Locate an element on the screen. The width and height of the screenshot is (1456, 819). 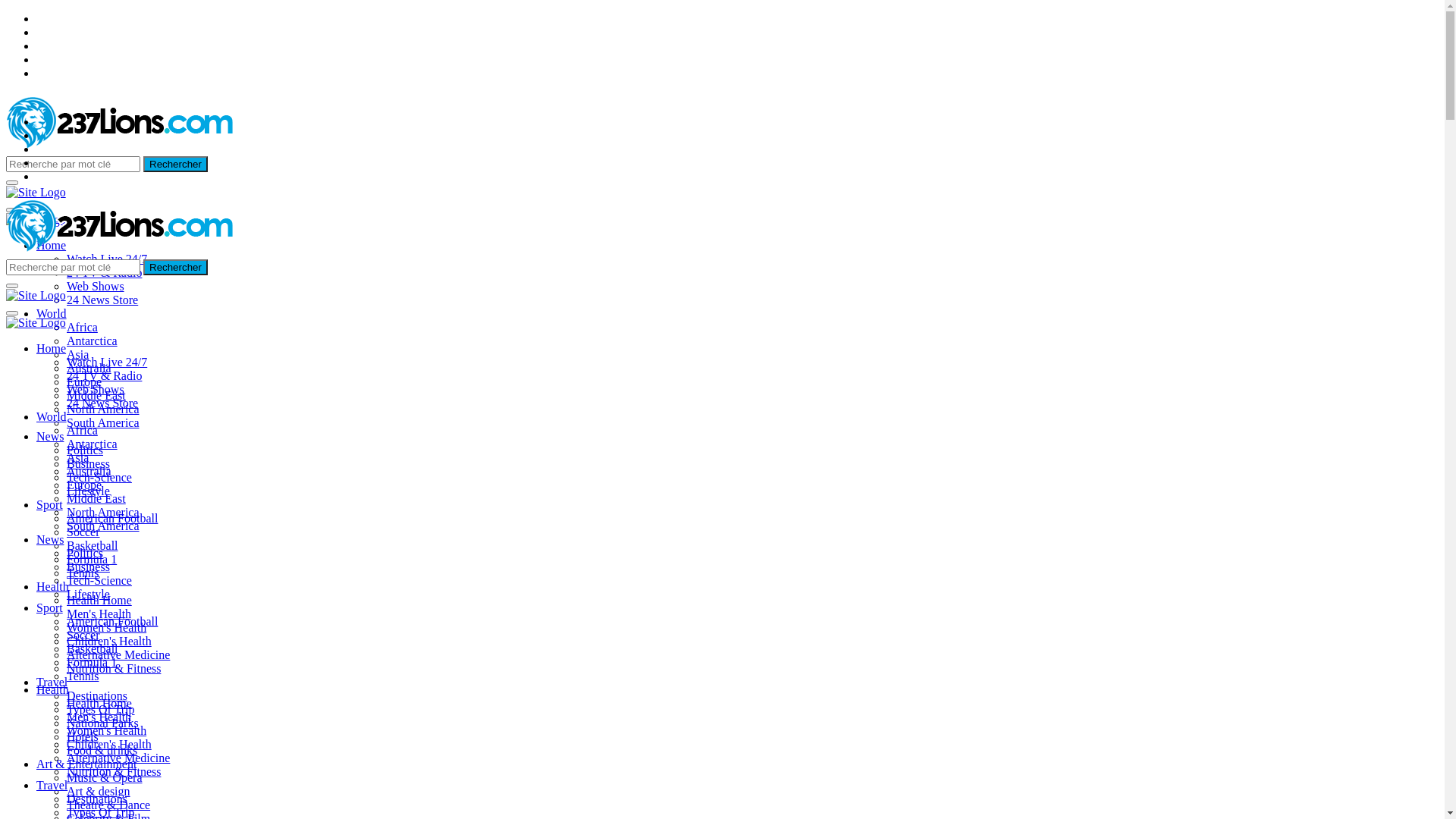
'Travel' is located at coordinates (36, 681).